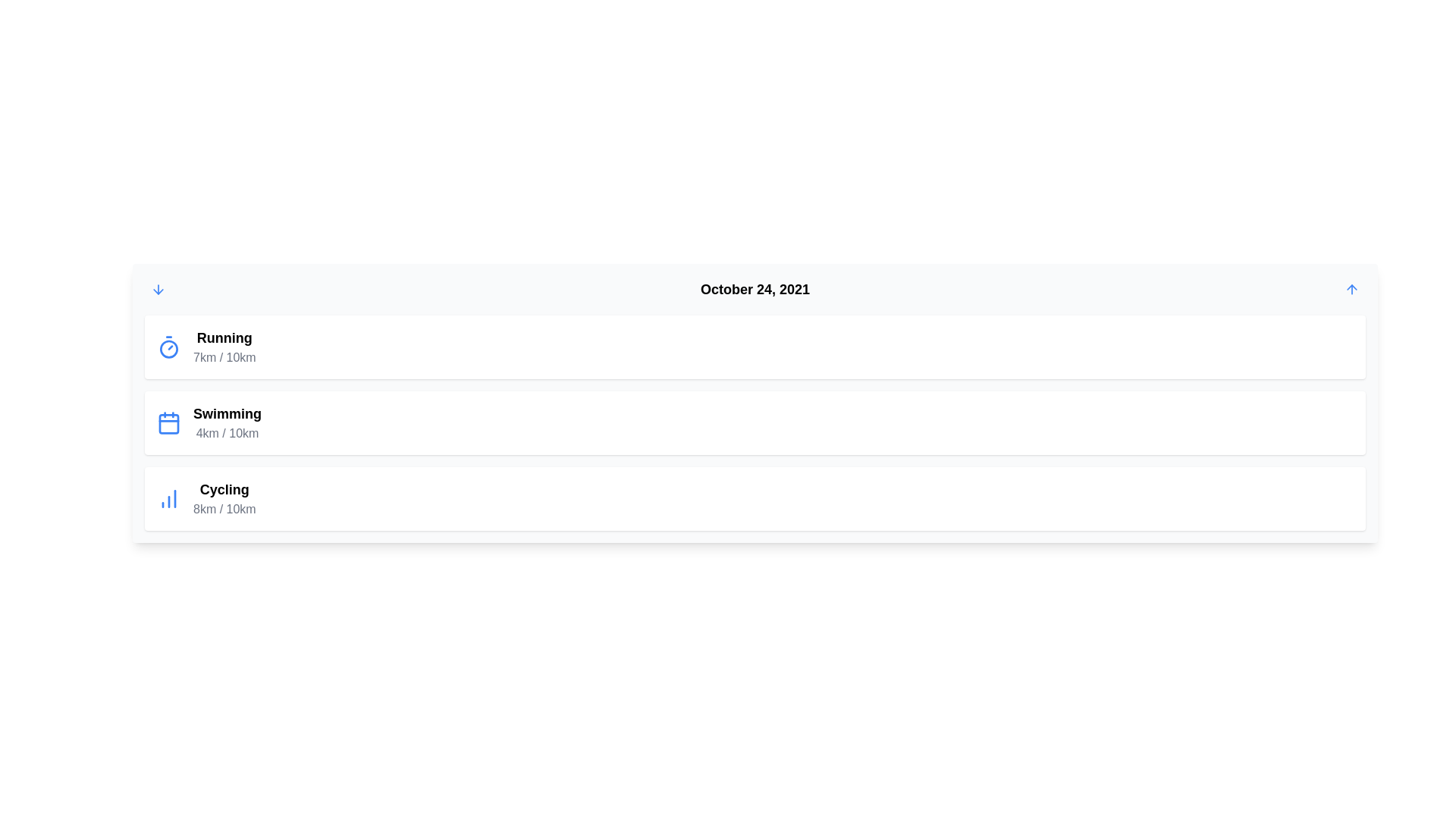 The width and height of the screenshot is (1456, 819). What do you see at coordinates (168, 423) in the screenshot?
I see `the icon representing the 'Swimming' activity, which is the second item in the icon list aligned with the 'Swimming' activity information` at bounding box center [168, 423].